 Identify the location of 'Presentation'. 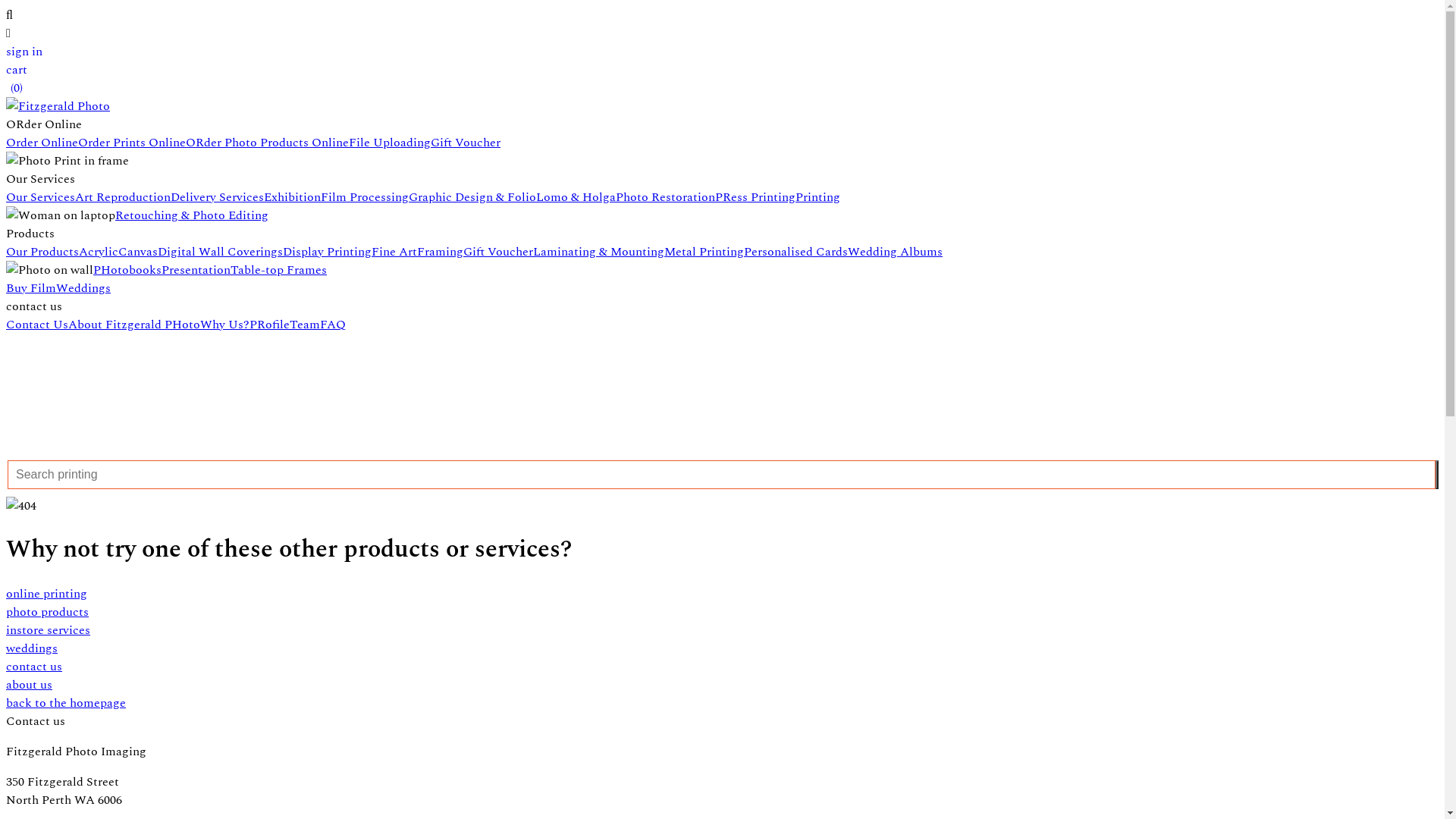
(195, 268).